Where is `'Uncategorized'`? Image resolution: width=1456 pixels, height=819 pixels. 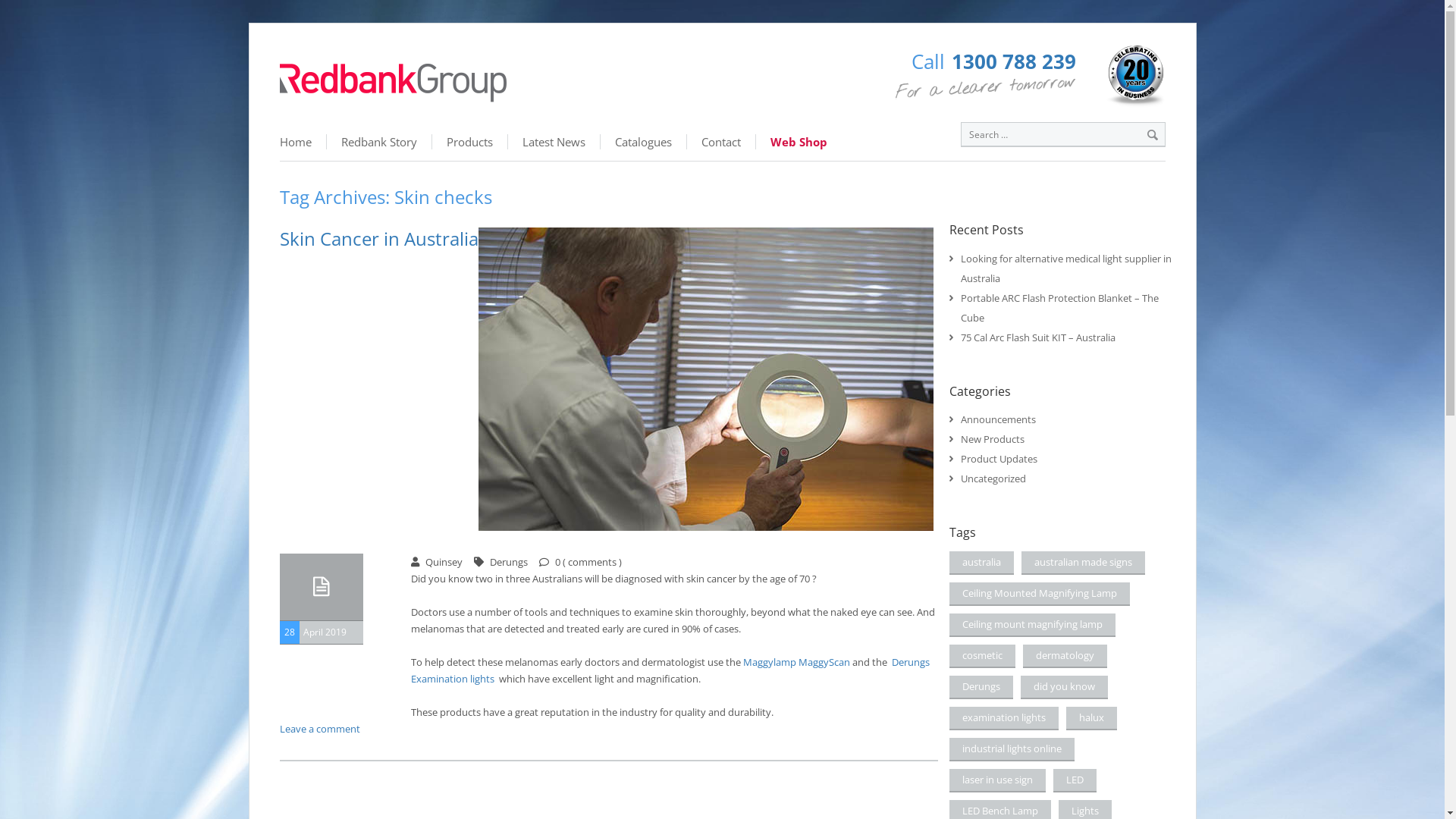
'Uncategorized' is located at coordinates (993, 479).